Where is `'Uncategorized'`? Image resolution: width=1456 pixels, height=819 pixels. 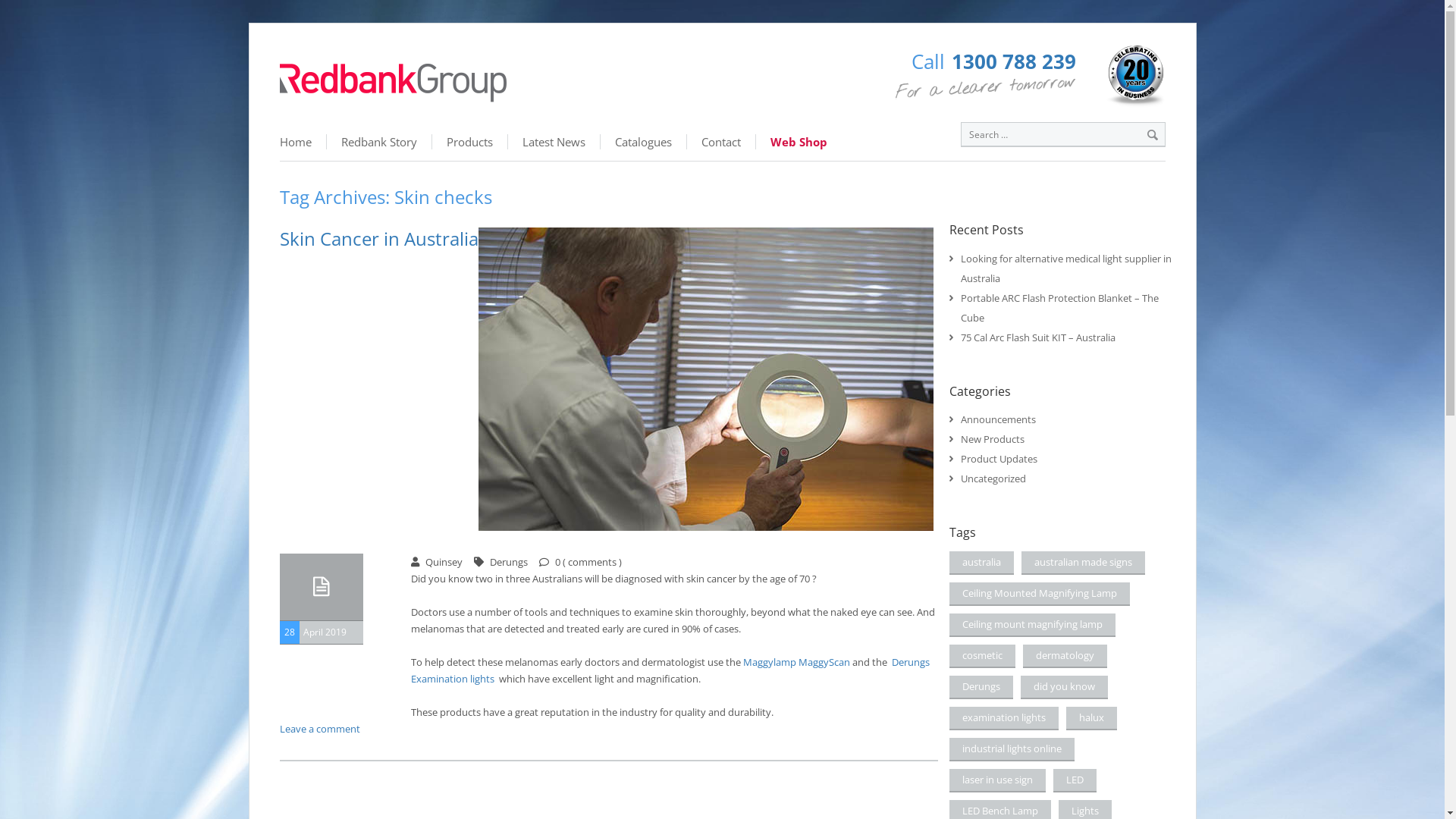
'Uncategorized' is located at coordinates (993, 479).